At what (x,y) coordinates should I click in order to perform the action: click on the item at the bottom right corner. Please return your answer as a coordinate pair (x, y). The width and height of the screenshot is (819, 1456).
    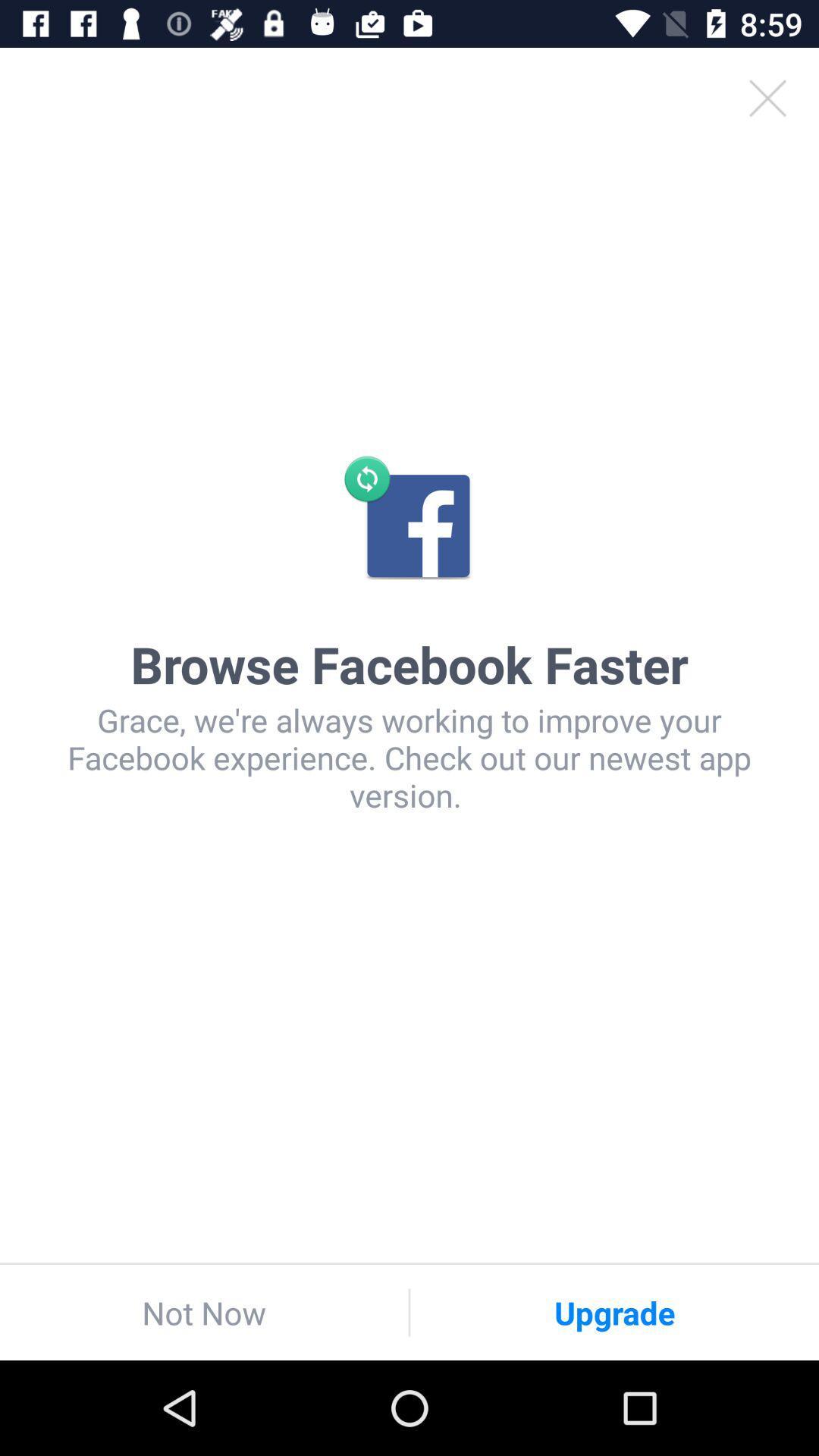
    Looking at the image, I should click on (614, 1312).